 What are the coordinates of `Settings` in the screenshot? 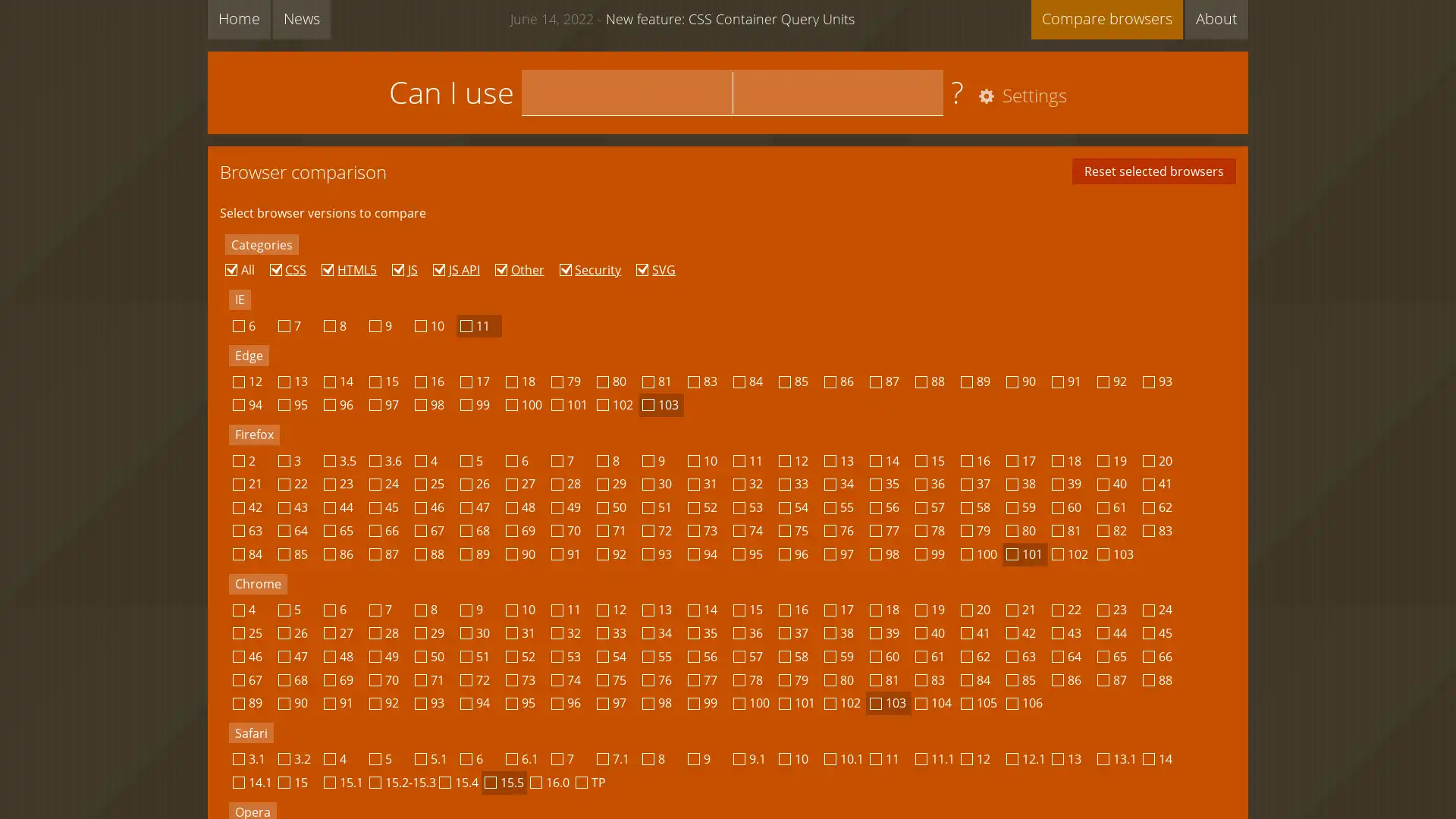 It's located at (1019, 96).